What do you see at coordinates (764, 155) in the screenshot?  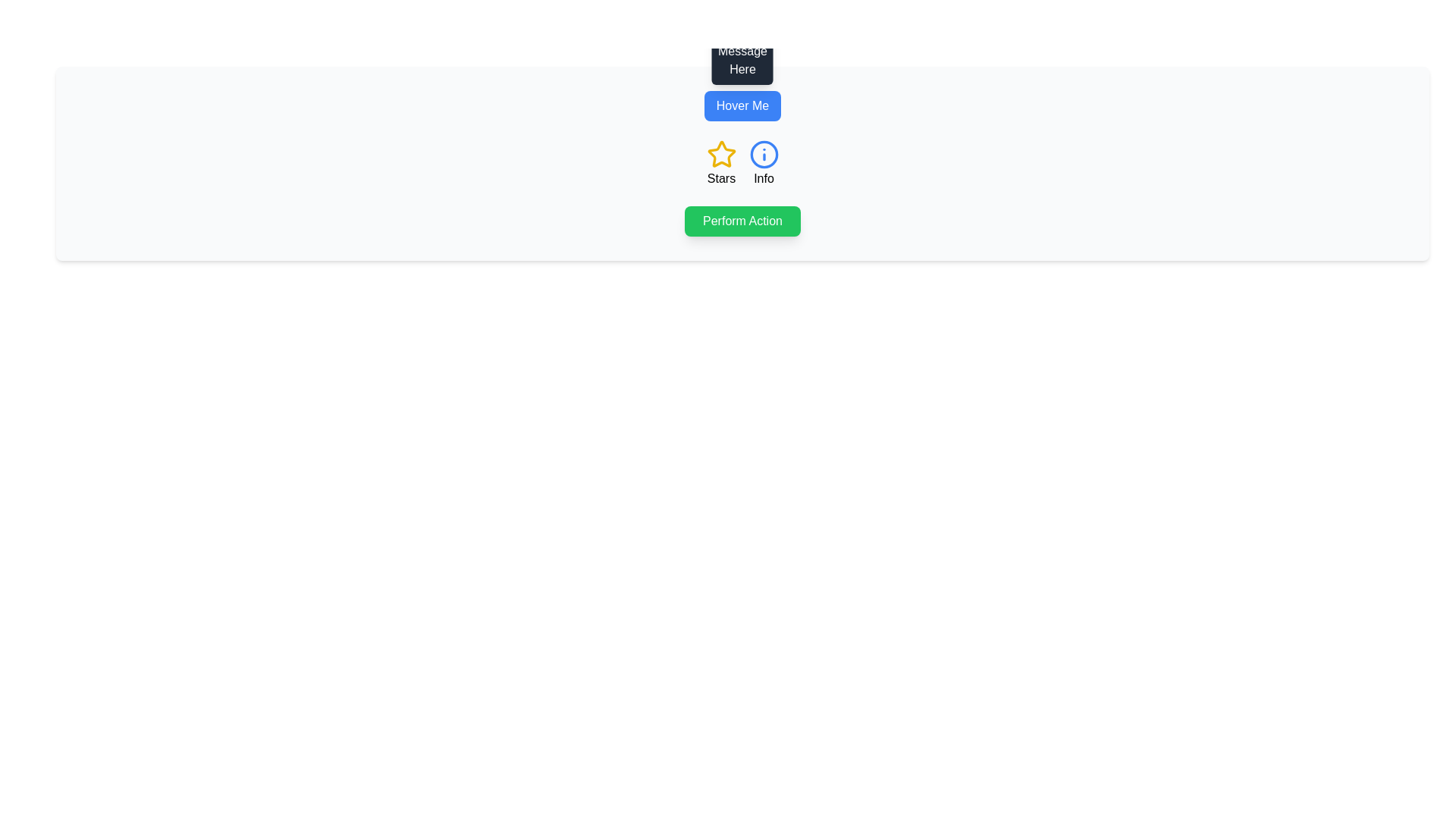 I see `the information icon located to the right of the duo of icons under the text 'Hover Me'` at bounding box center [764, 155].